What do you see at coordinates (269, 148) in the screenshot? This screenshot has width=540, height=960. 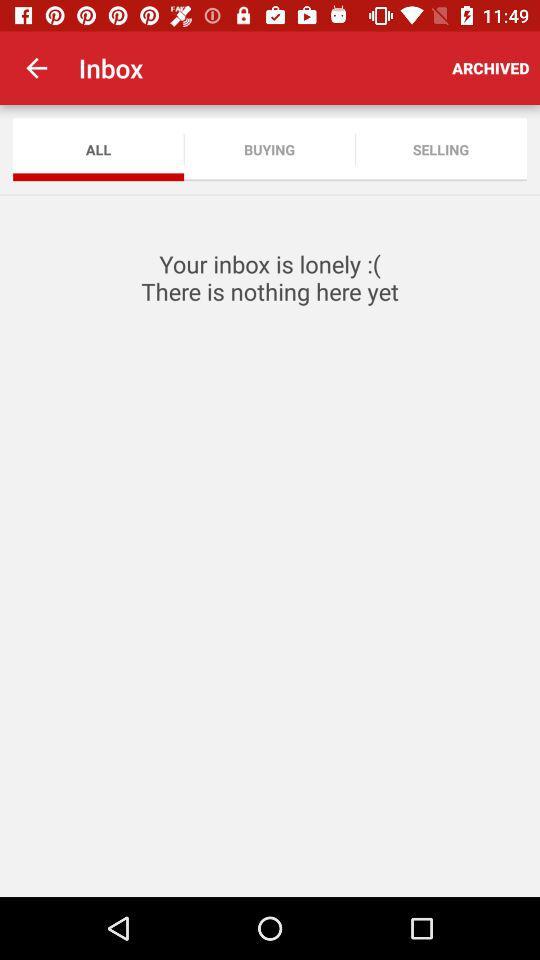 I see `app to the right of the all app` at bounding box center [269, 148].